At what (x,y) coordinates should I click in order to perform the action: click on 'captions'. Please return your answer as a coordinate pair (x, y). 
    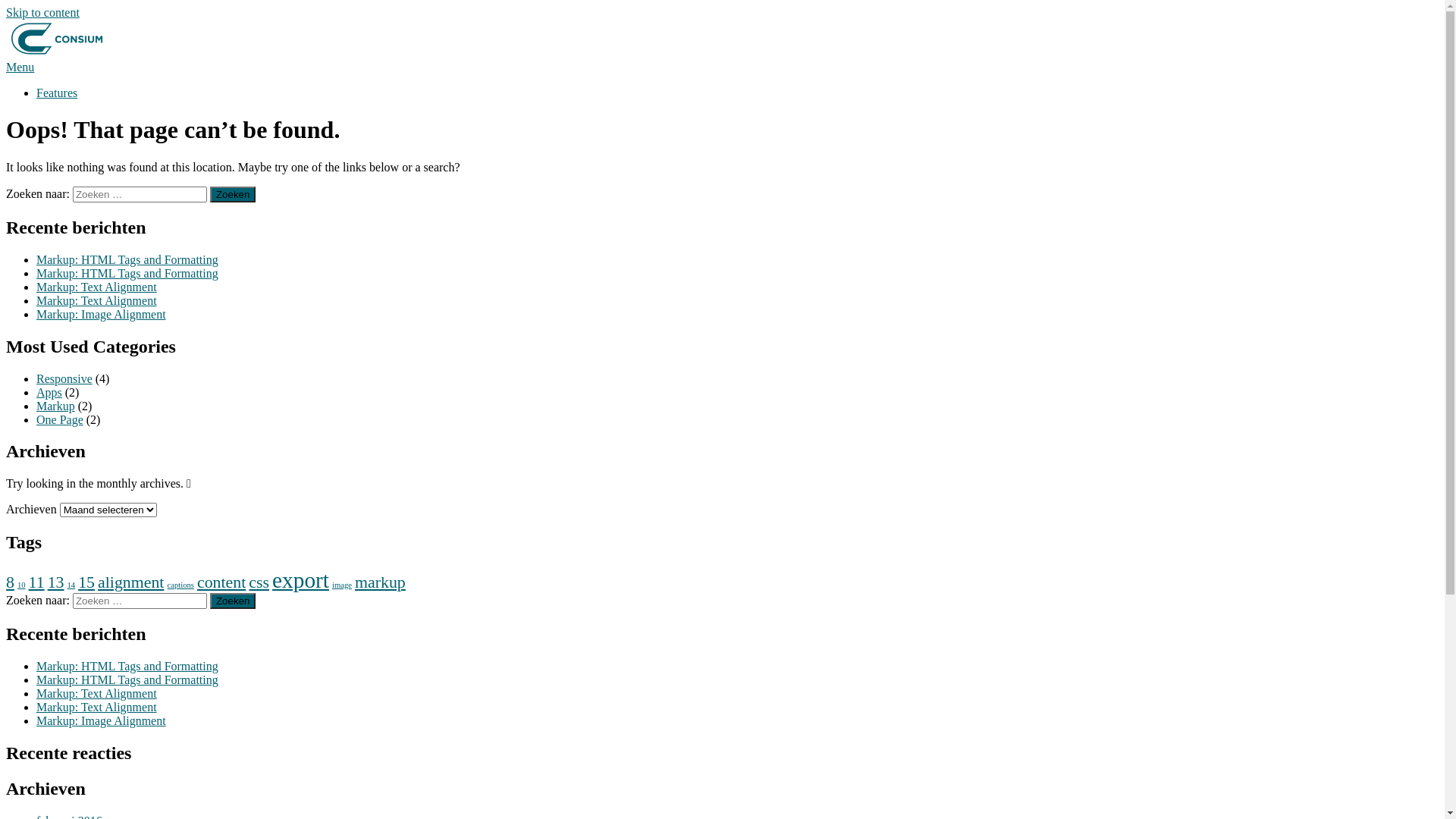
    Looking at the image, I should click on (180, 584).